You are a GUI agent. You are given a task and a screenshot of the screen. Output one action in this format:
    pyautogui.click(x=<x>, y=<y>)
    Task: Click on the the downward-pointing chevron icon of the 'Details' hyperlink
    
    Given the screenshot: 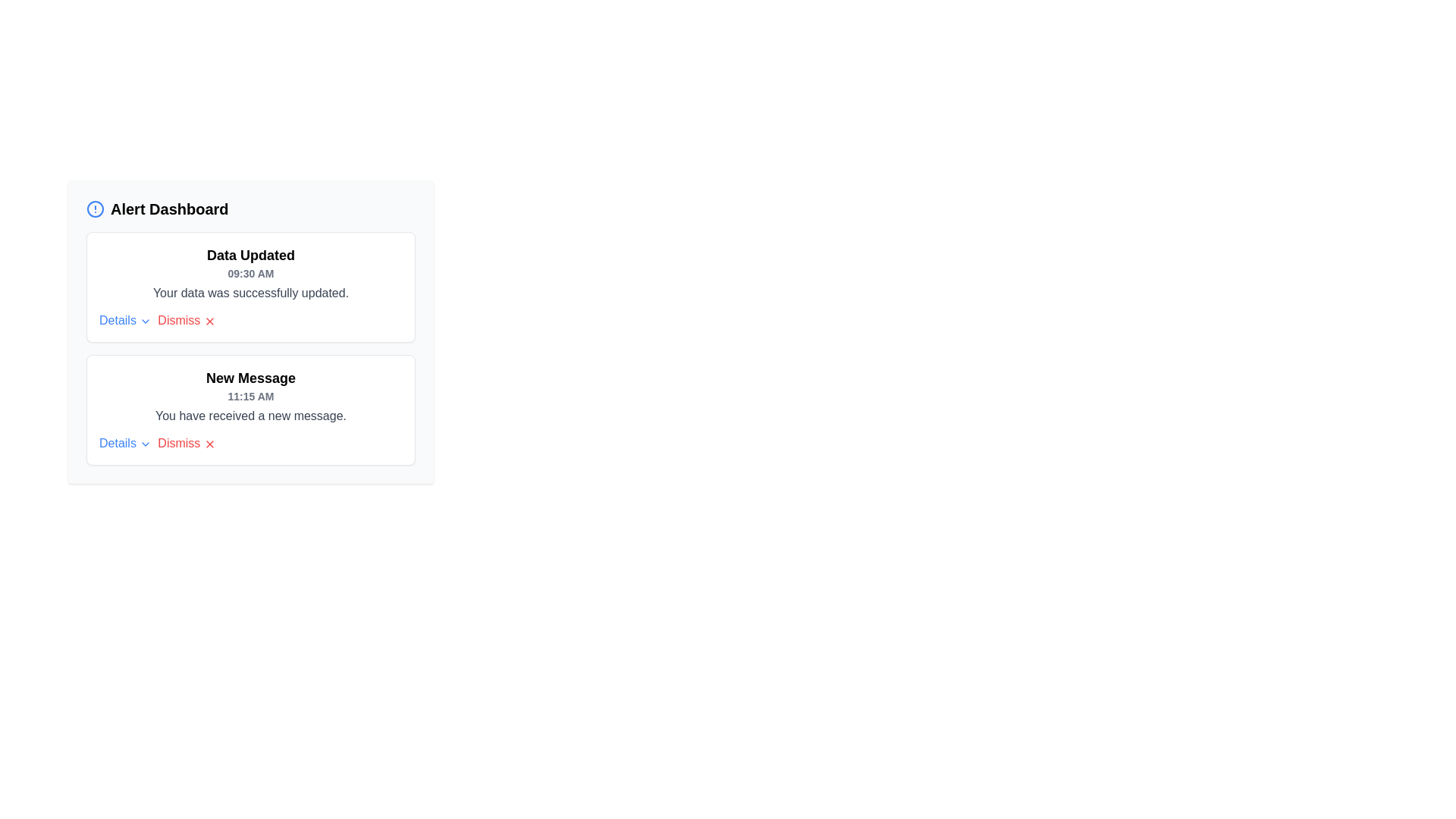 What is the action you would take?
    pyautogui.click(x=125, y=320)
    